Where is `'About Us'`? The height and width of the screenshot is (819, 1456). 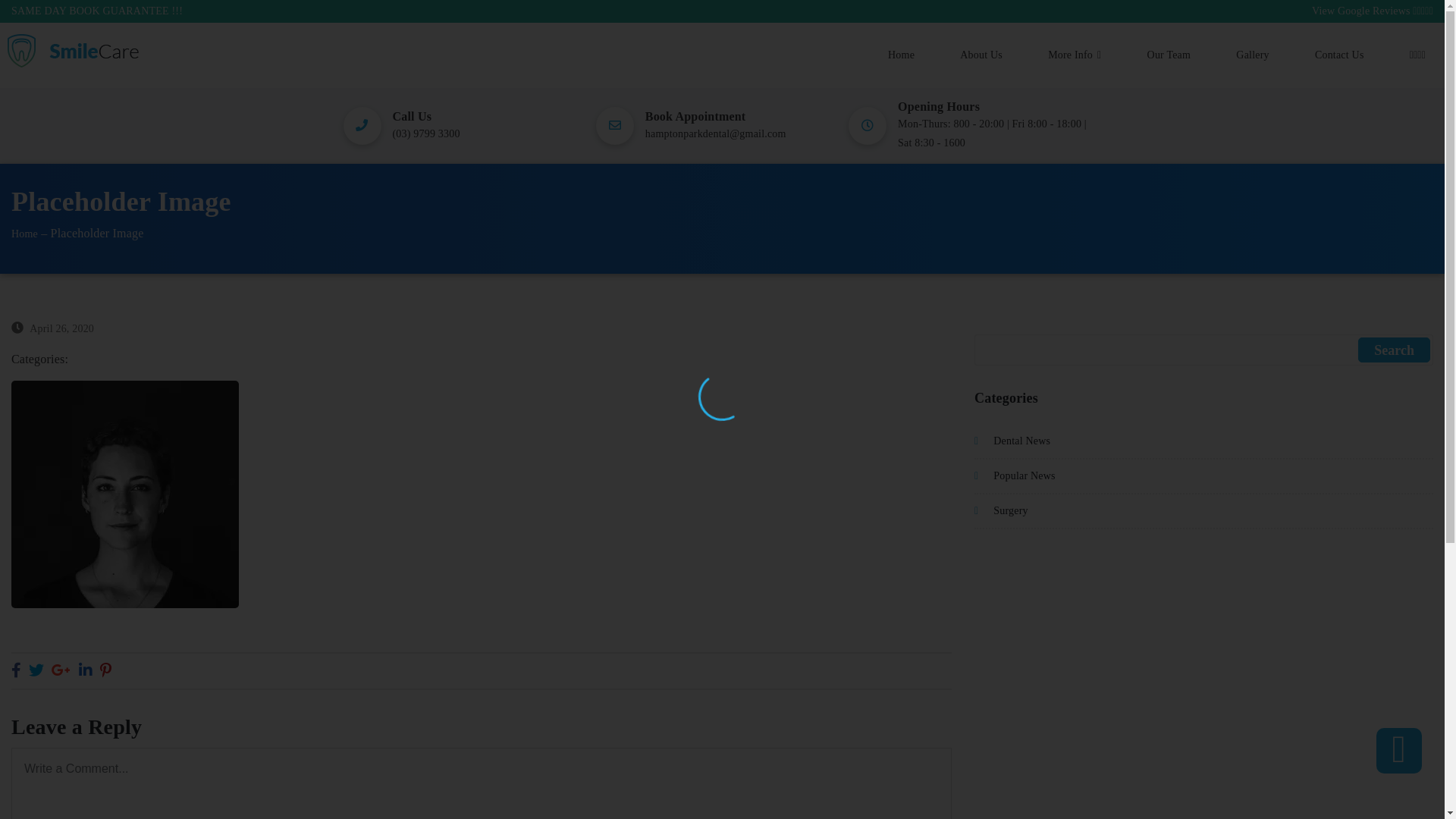 'About Us' is located at coordinates (981, 54).